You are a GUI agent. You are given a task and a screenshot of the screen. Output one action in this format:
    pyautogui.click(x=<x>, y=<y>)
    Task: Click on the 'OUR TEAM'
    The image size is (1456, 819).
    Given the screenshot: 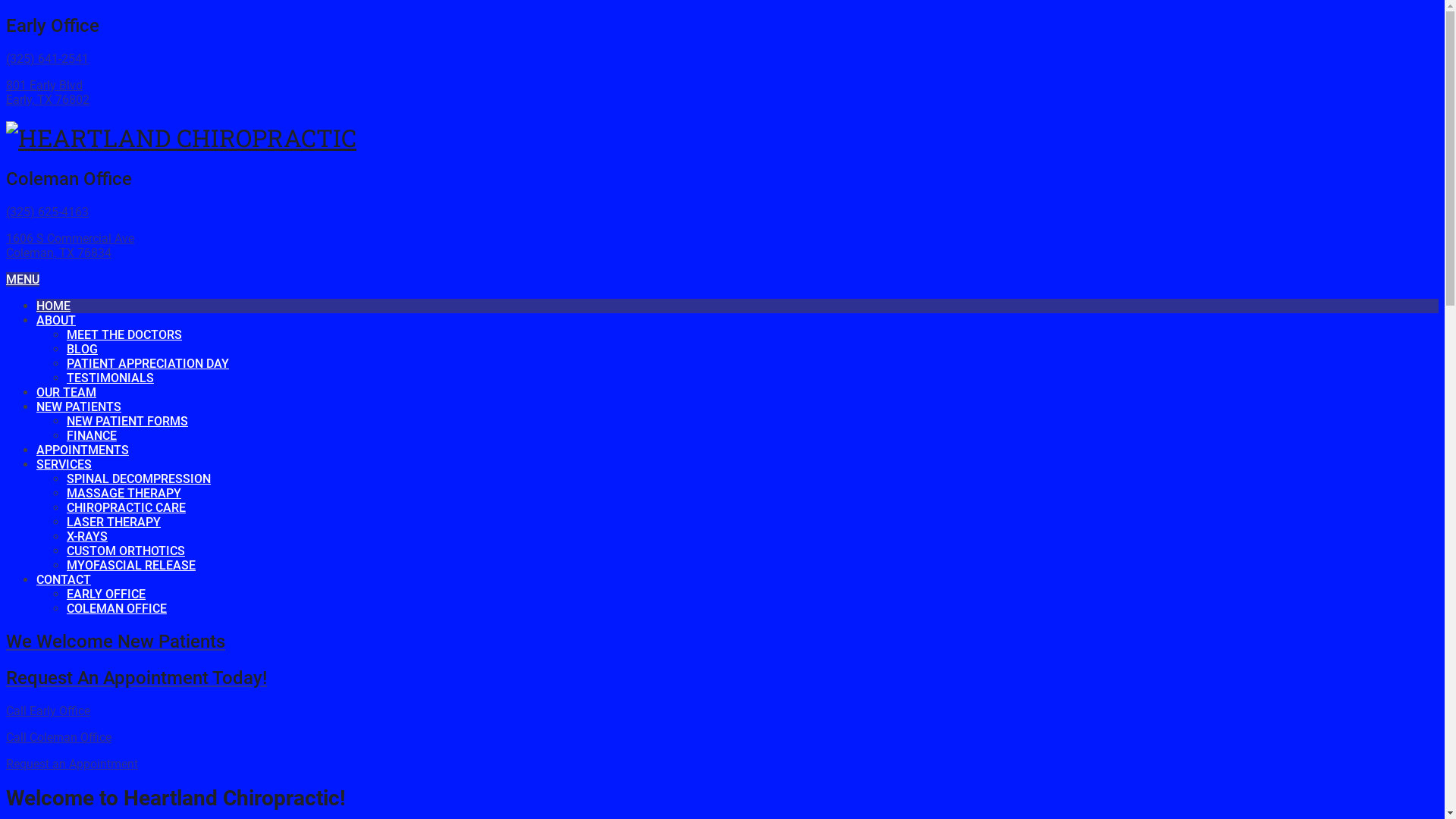 What is the action you would take?
    pyautogui.click(x=65, y=391)
    